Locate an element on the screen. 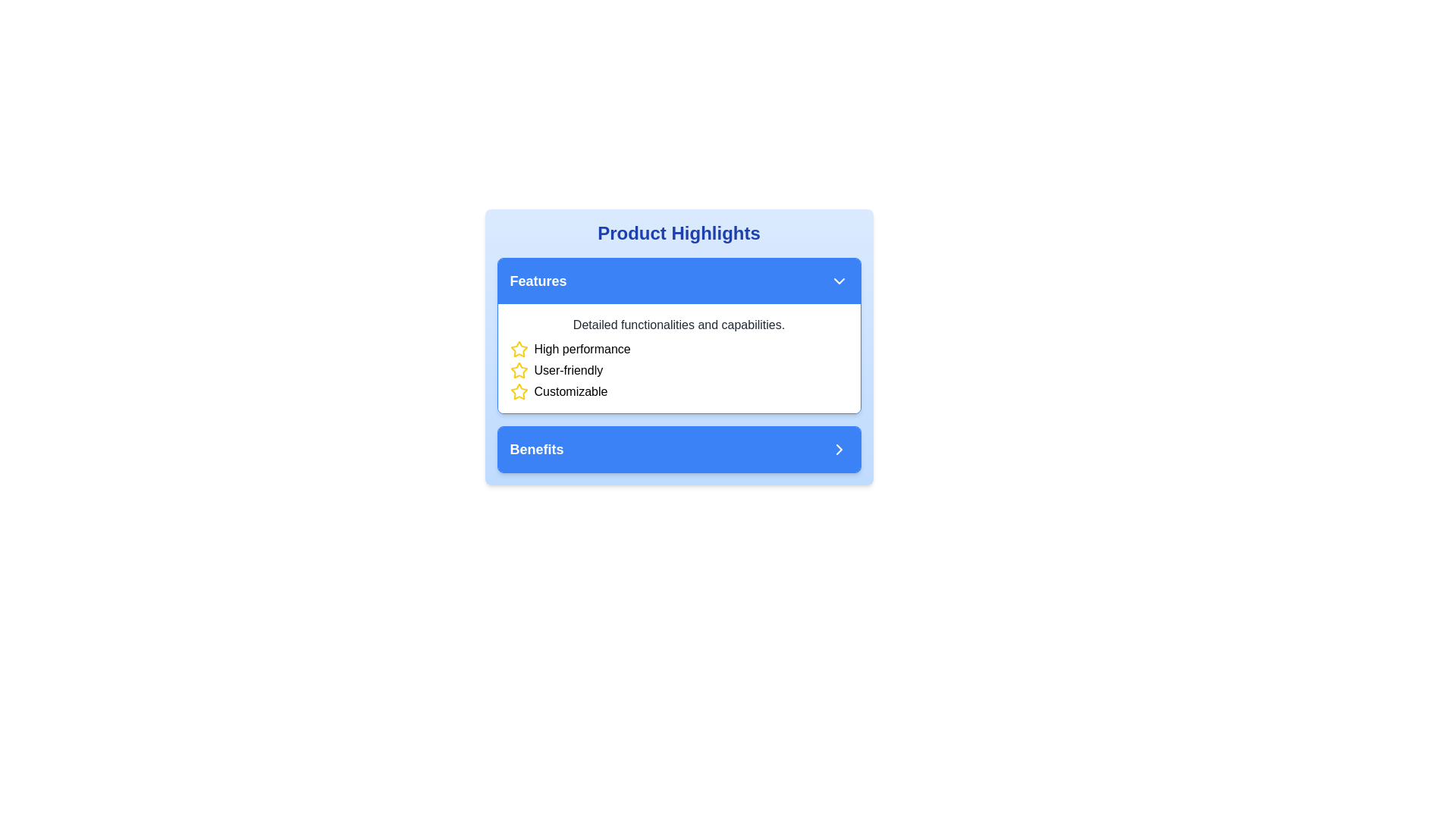 Image resolution: width=1456 pixels, height=819 pixels. the decorative icon that precedes the 'Customizable' text in the 'Features' section is located at coordinates (519, 391).